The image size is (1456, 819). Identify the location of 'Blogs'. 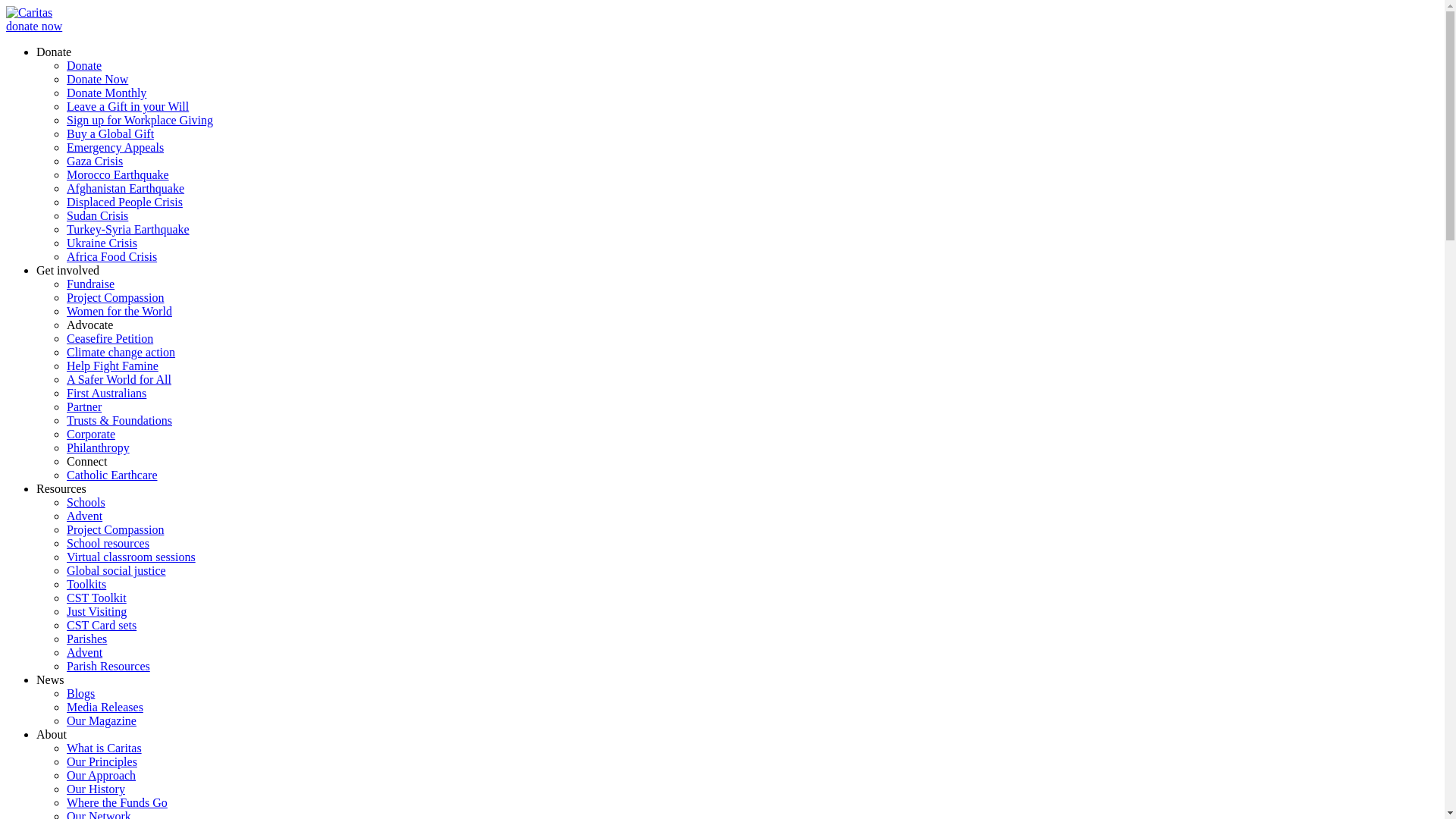
(65, 693).